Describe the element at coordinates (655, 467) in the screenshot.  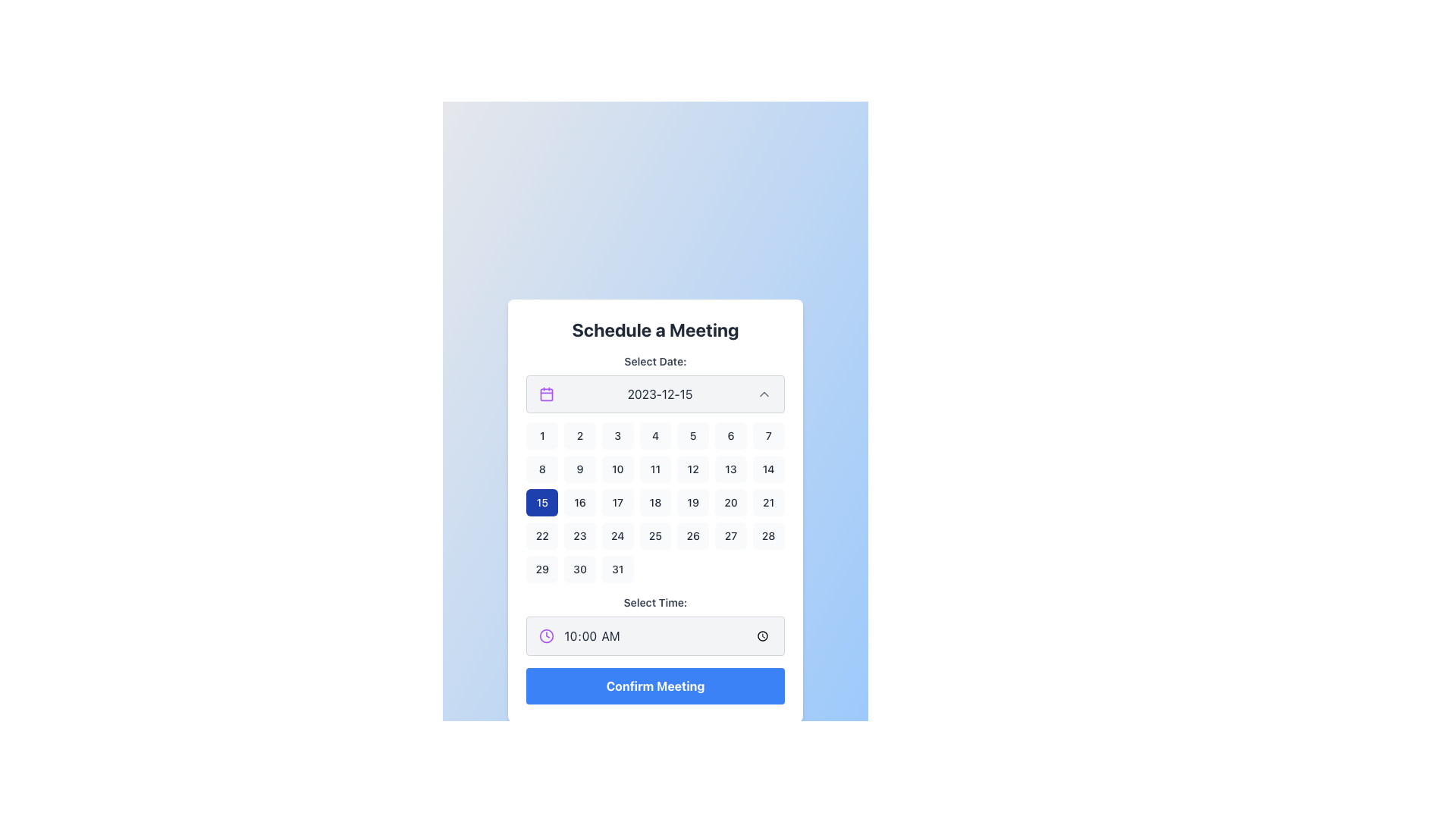
I see `a date within the Date Picker Calendar Component located in the modal titled 'Schedule a Meeting'` at that location.